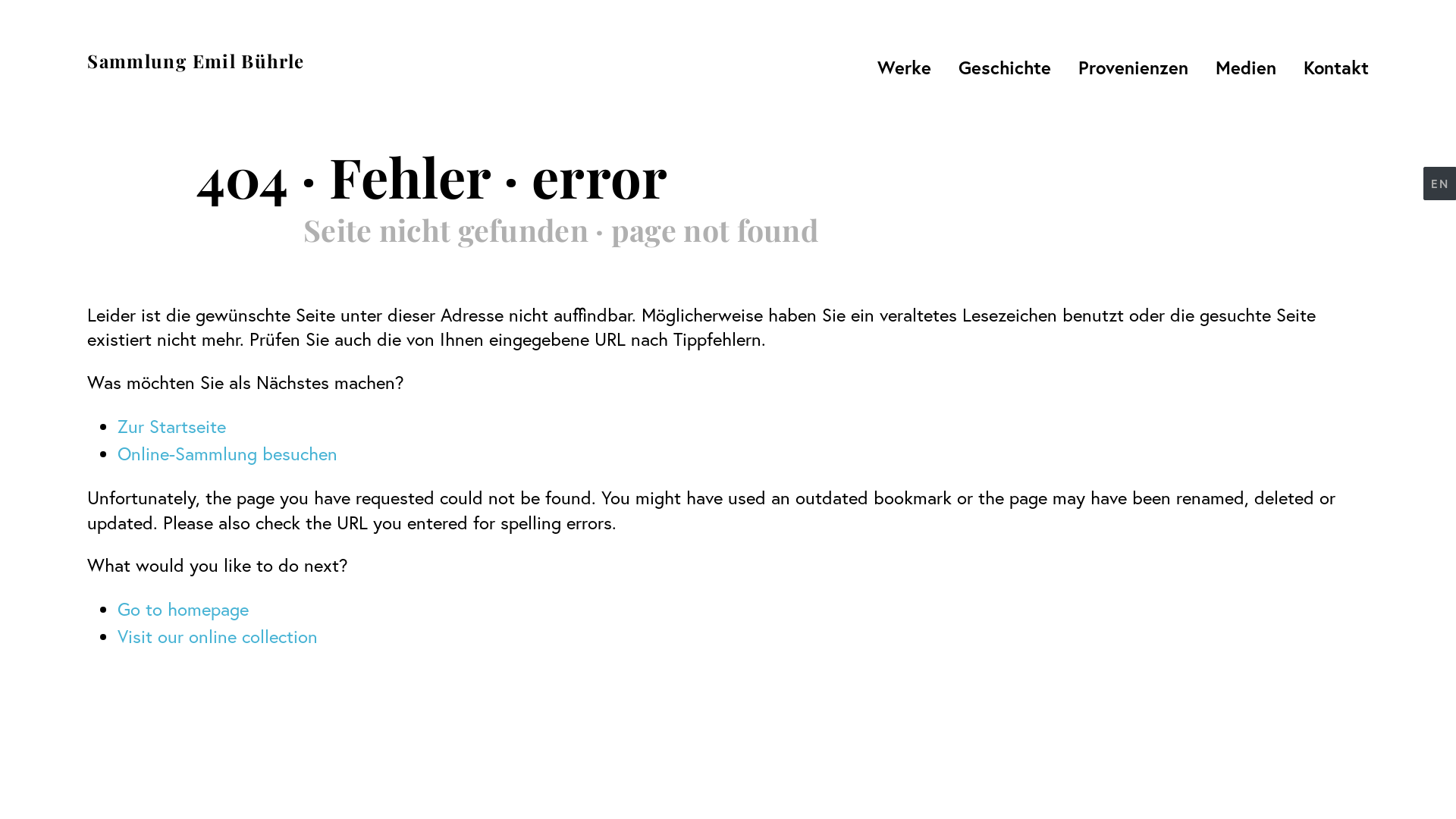  I want to click on 'Provenienzen', so click(1133, 66).